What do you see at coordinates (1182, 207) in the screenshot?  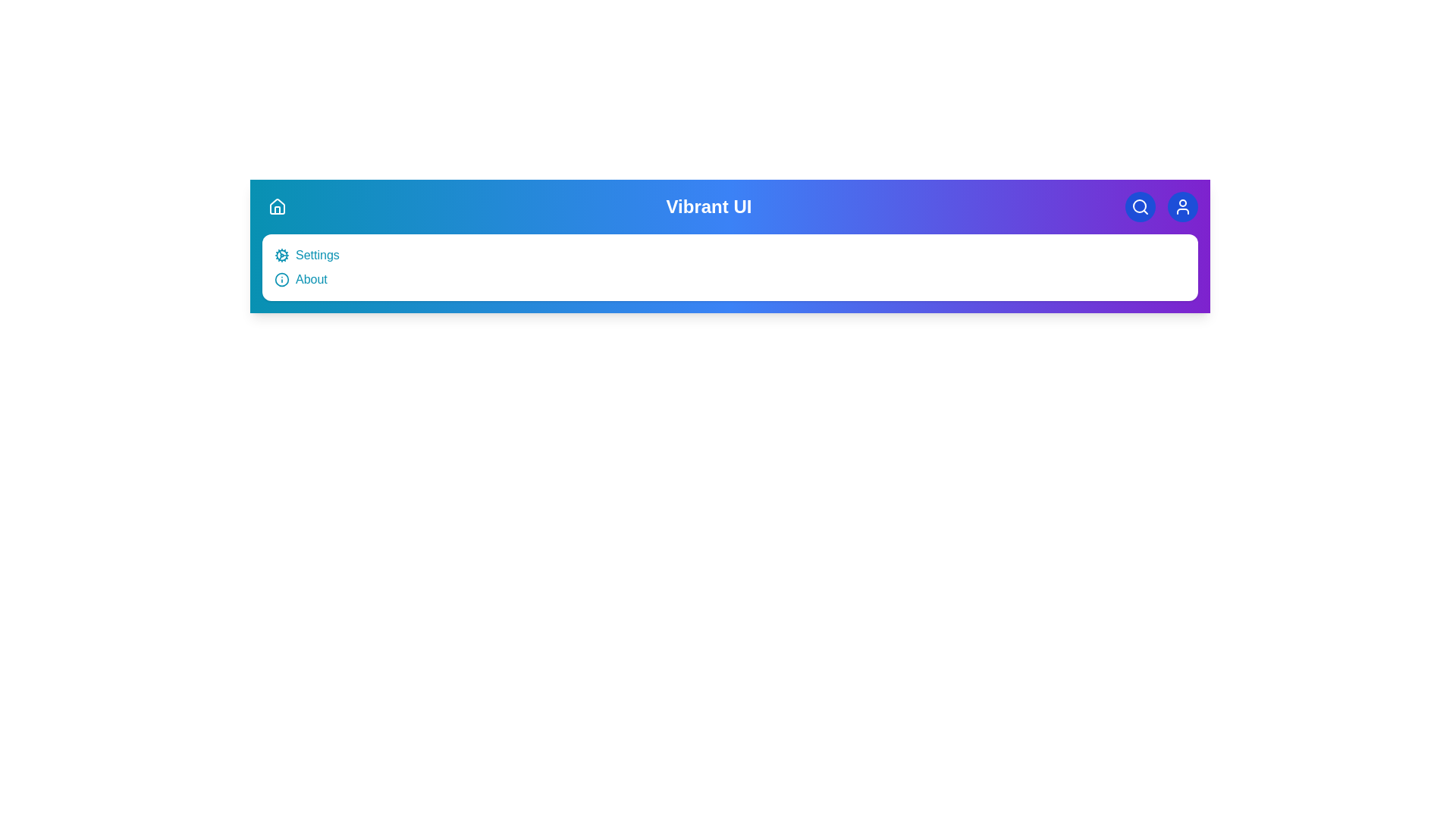 I see `the profile icon button to access user-related options` at bounding box center [1182, 207].